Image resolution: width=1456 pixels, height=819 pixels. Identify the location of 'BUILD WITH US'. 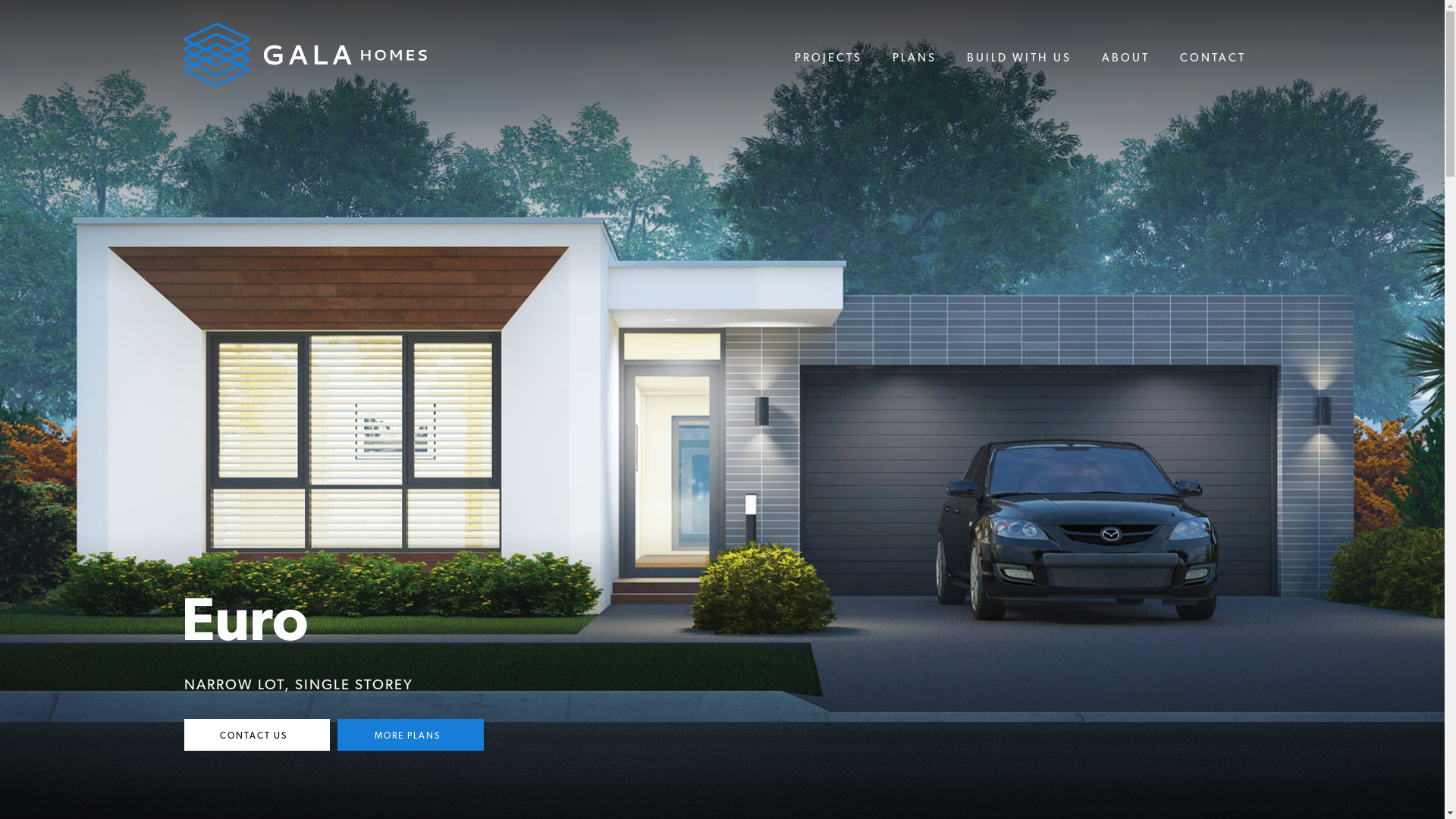
(1018, 58).